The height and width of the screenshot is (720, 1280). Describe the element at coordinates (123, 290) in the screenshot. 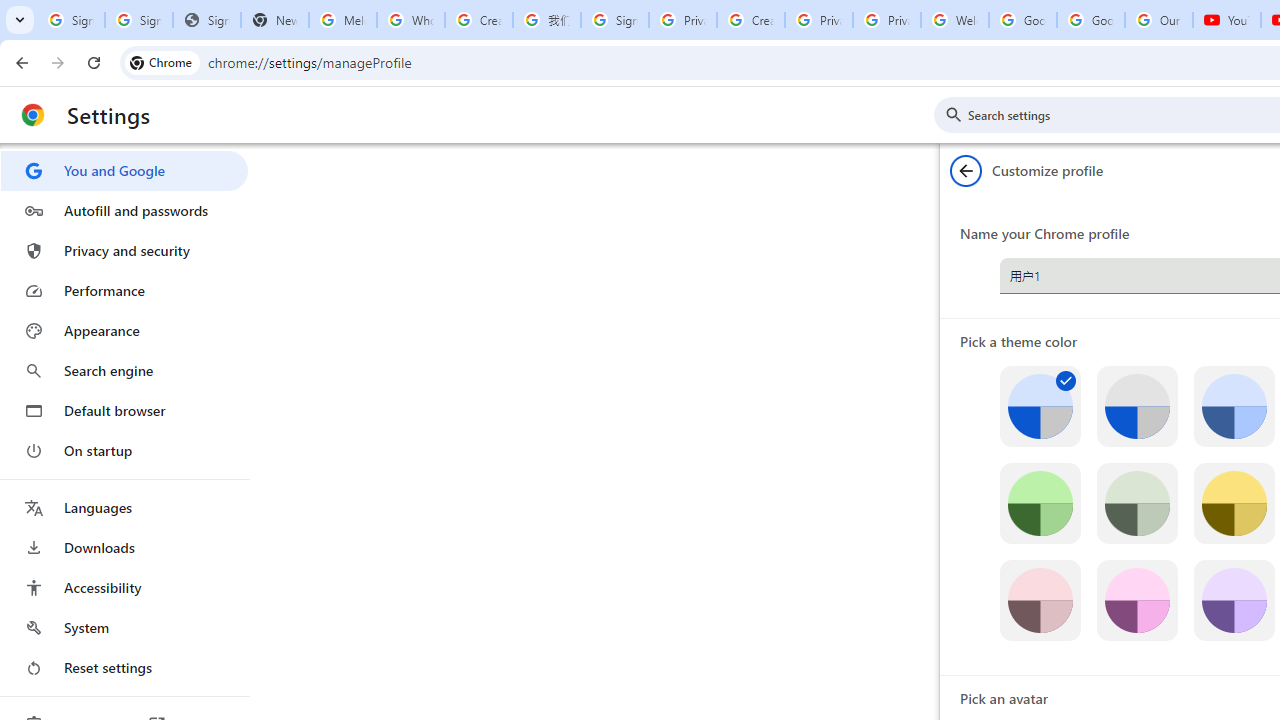

I see `'Performance'` at that location.